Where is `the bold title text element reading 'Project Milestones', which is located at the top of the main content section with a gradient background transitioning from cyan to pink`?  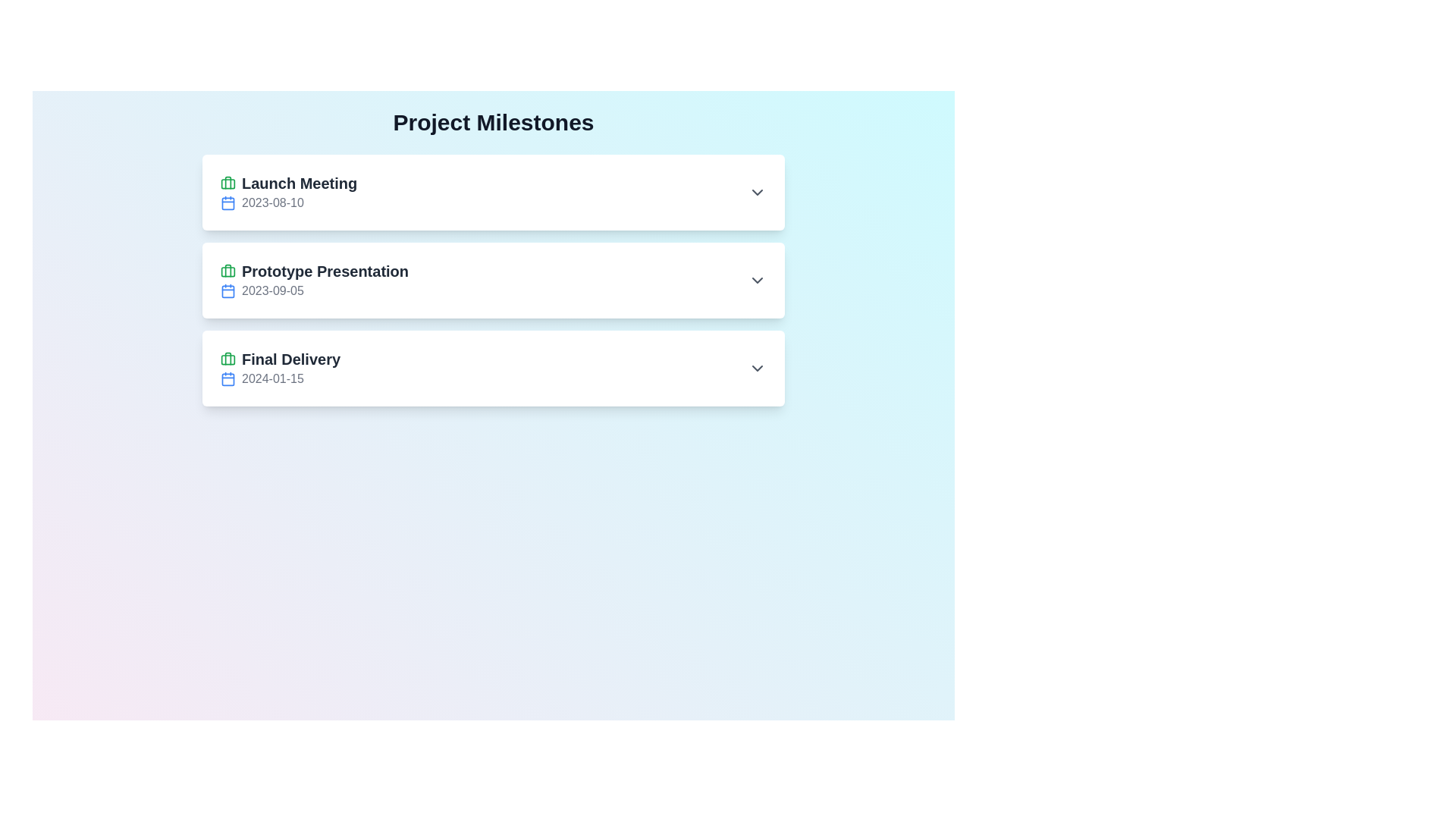 the bold title text element reading 'Project Milestones', which is located at the top of the main content section with a gradient background transitioning from cyan to pink is located at coordinates (494, 122).